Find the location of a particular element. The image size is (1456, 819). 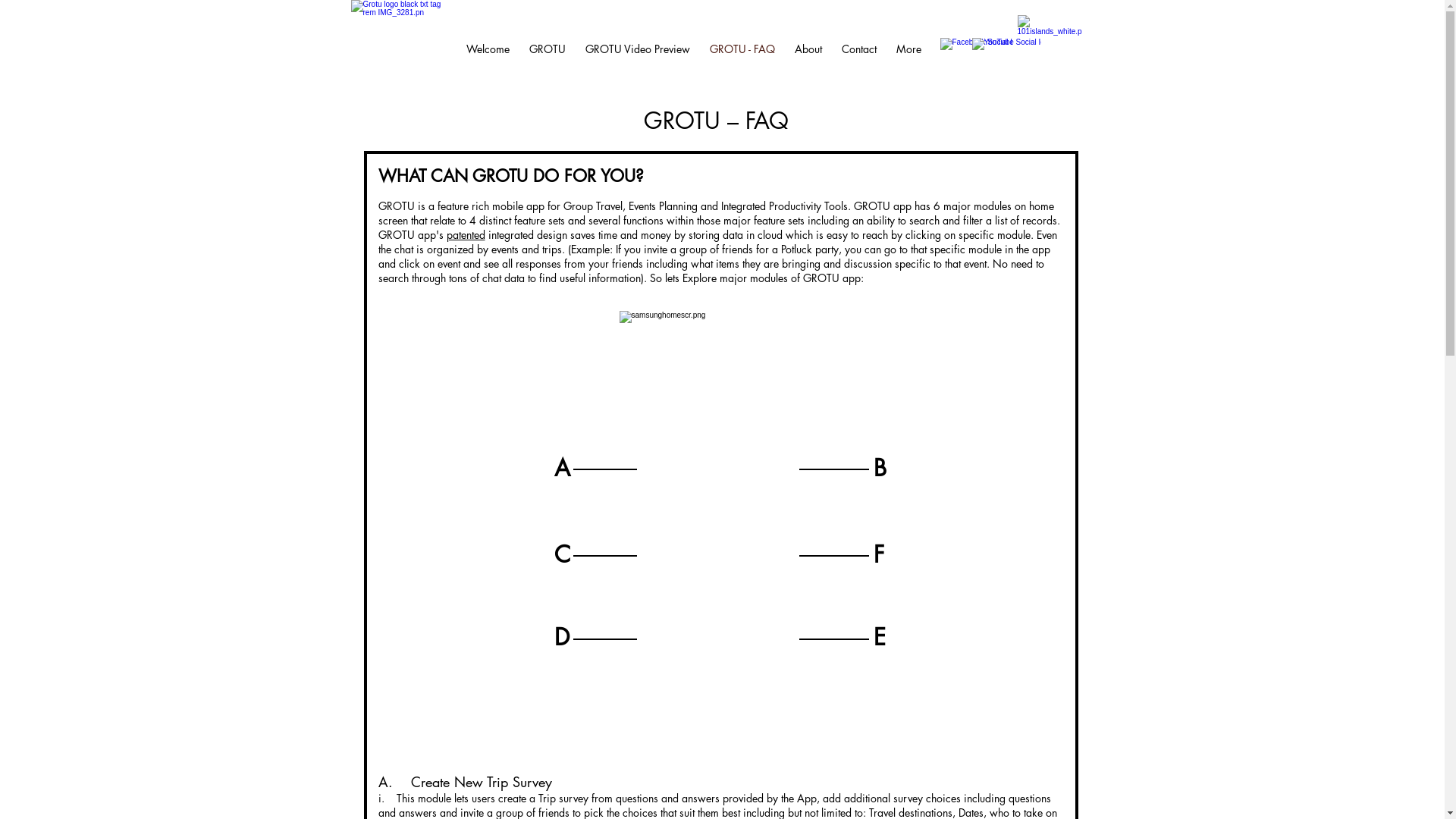

'Contact' is located at coordinates (858, 49).